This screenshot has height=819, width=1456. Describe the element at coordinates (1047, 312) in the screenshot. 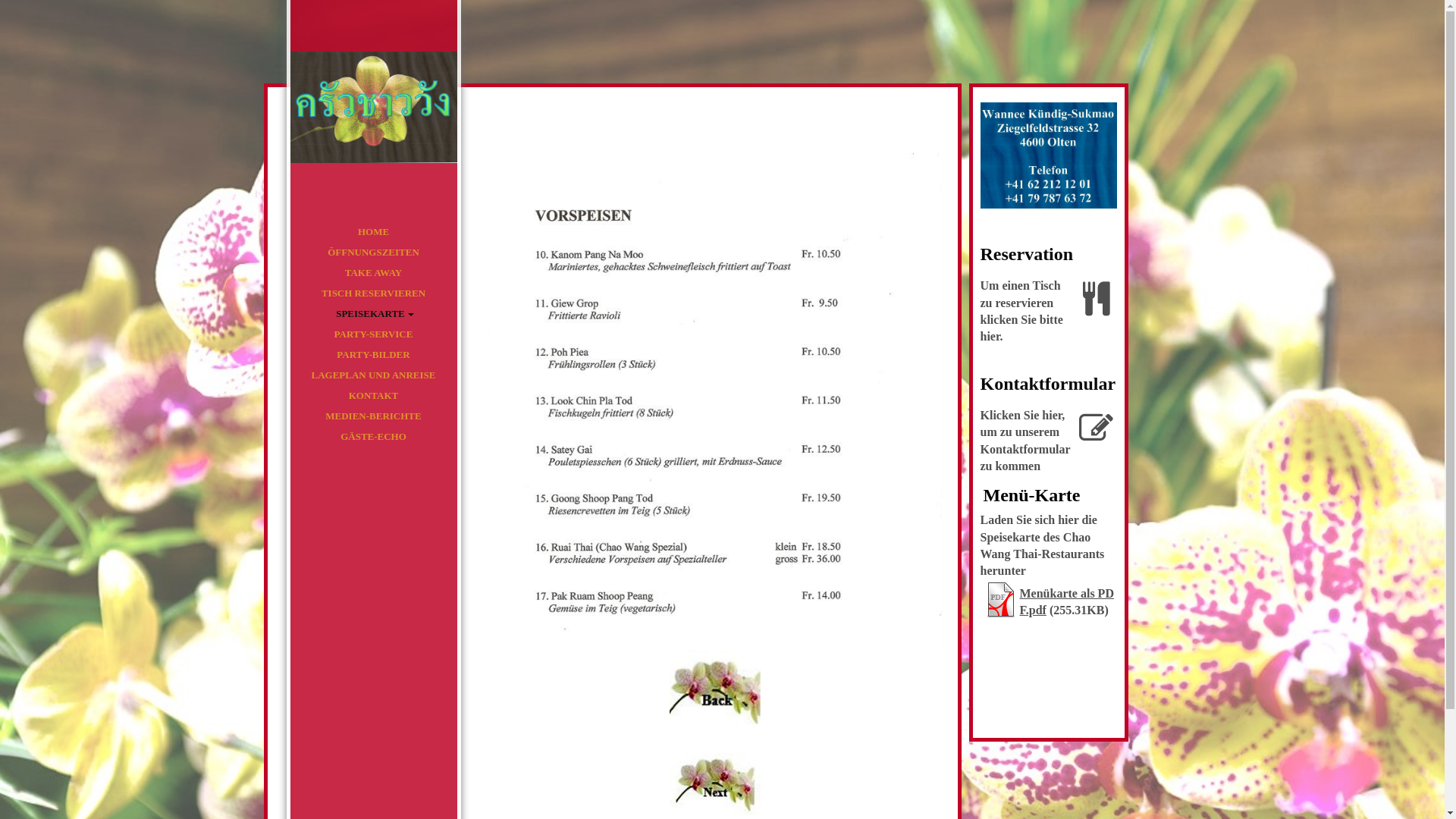

I see `'Um einen Tisch zu reservieren klicken Sie bitte hier.'` at that location.